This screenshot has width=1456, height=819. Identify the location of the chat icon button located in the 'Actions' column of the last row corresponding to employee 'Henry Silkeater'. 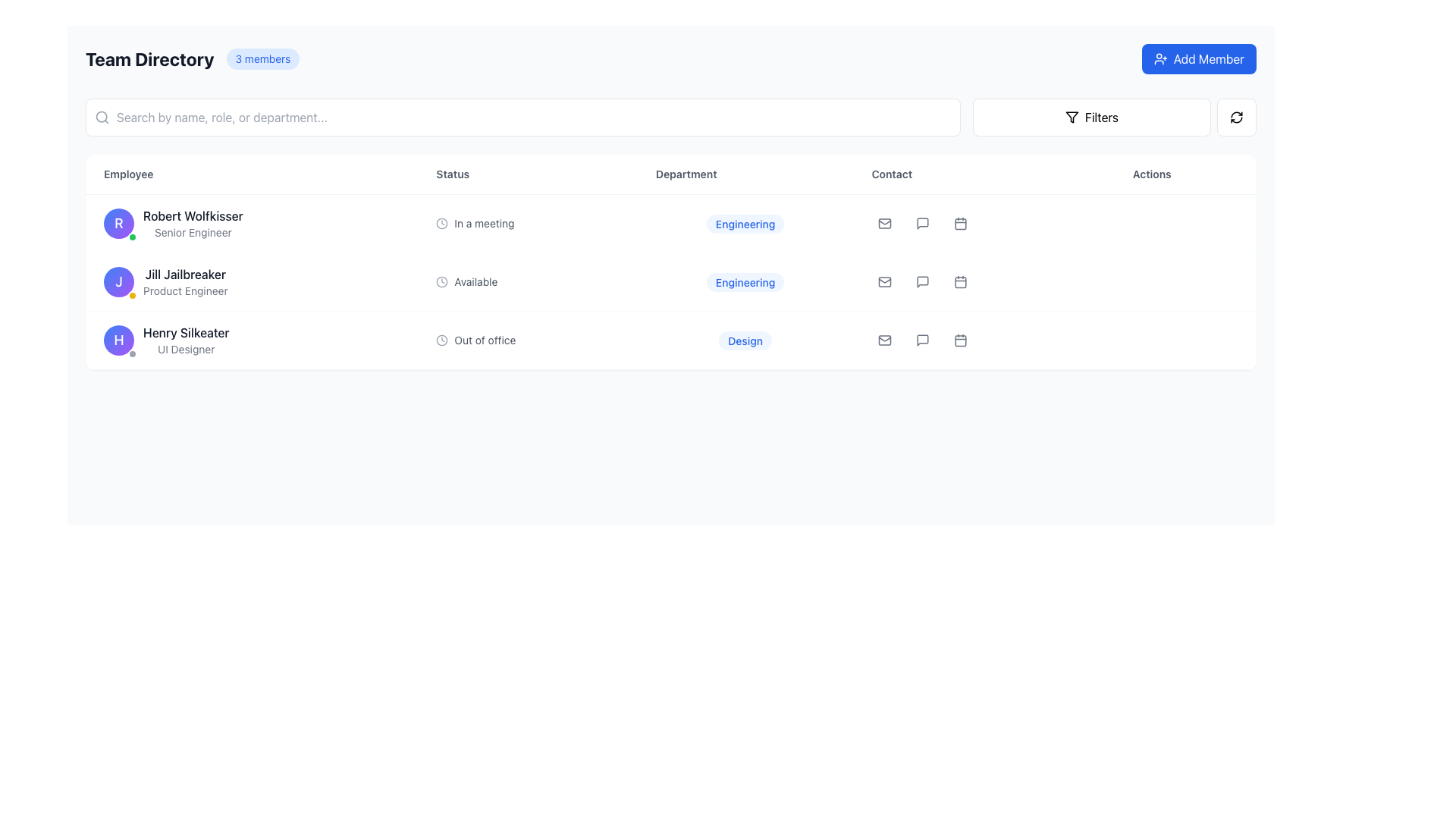
(921, 339).